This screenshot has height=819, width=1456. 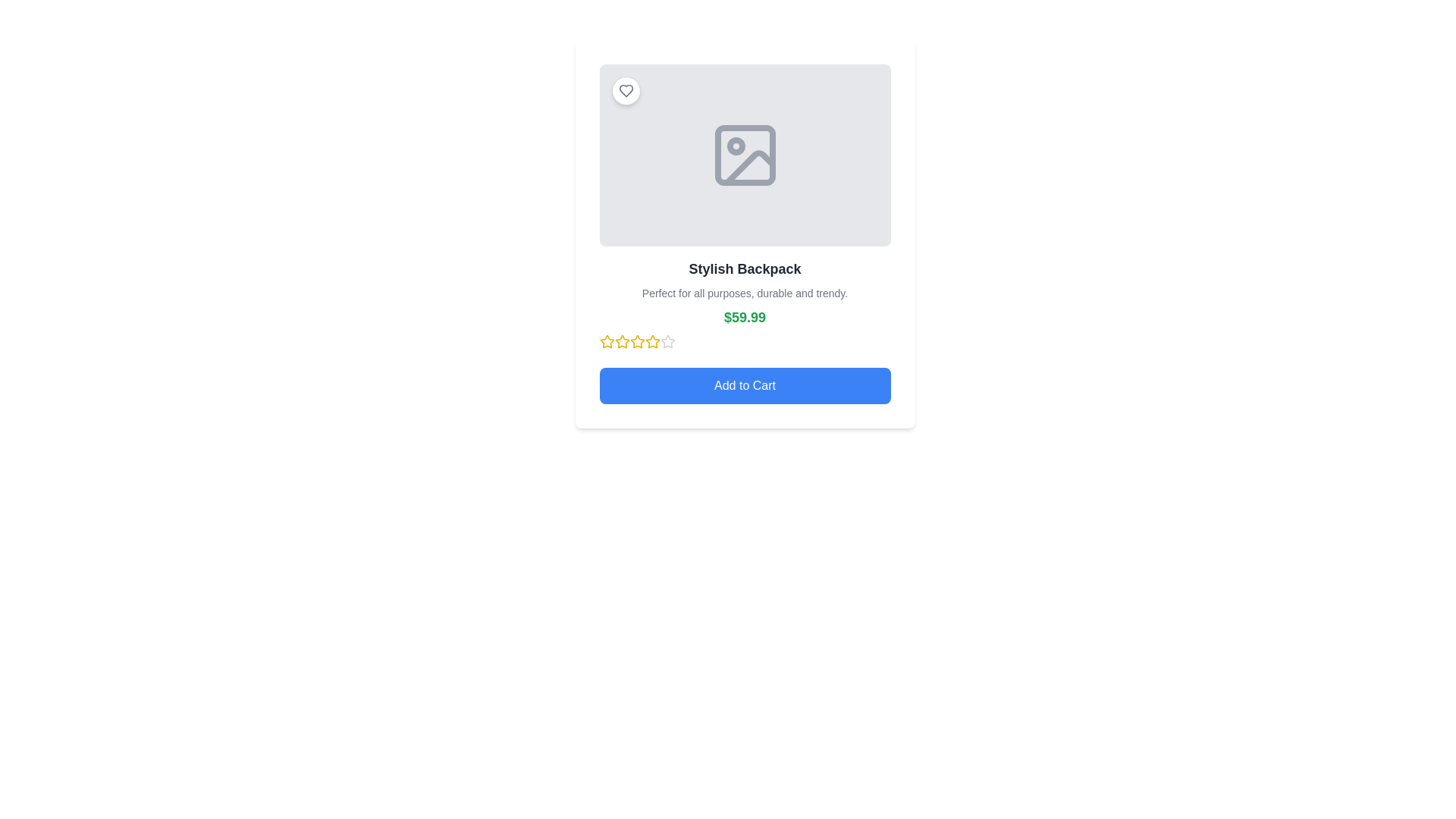 What do you see at coordinates (622, 341) in the screenshot?
I see `the second star icon in the rating system` at bounding box center [622, 341].